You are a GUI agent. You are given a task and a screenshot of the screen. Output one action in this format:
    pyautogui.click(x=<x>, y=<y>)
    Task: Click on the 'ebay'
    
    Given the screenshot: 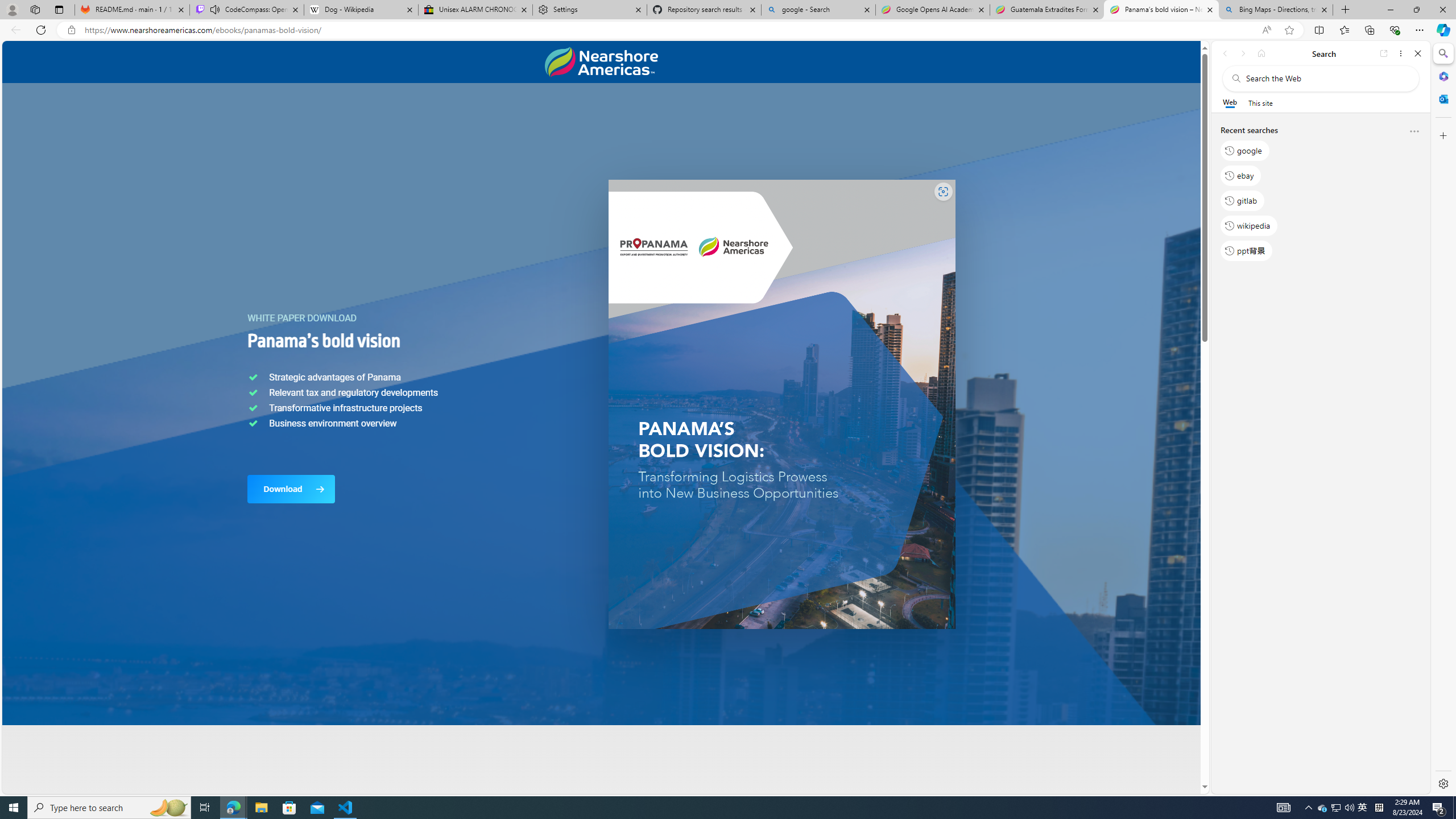 What is the action you would take?
    pyautogui.click(x=1240, y=175)
    